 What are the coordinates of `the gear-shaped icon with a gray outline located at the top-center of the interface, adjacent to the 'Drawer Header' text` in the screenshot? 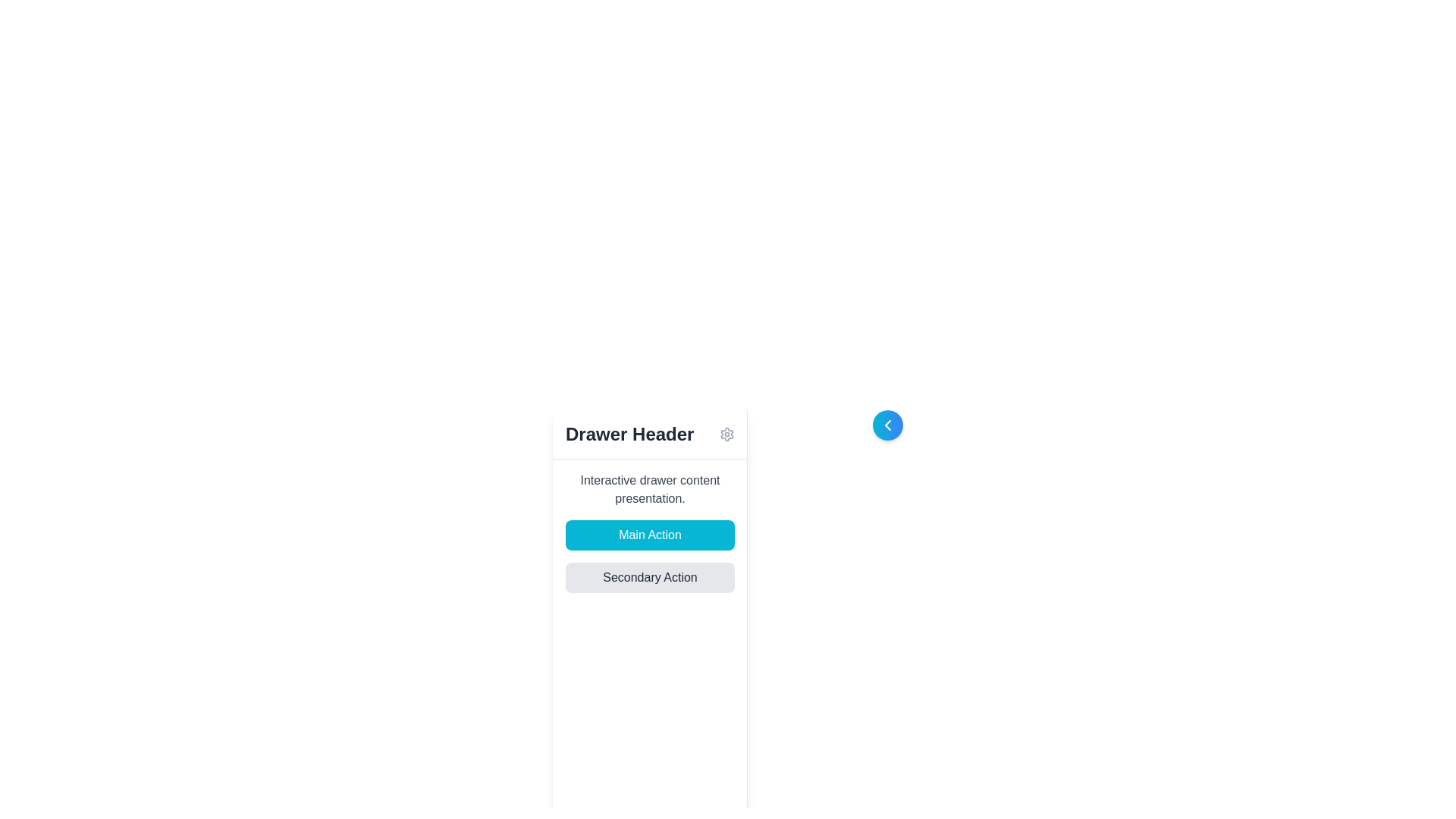 It's located at (726, 435).